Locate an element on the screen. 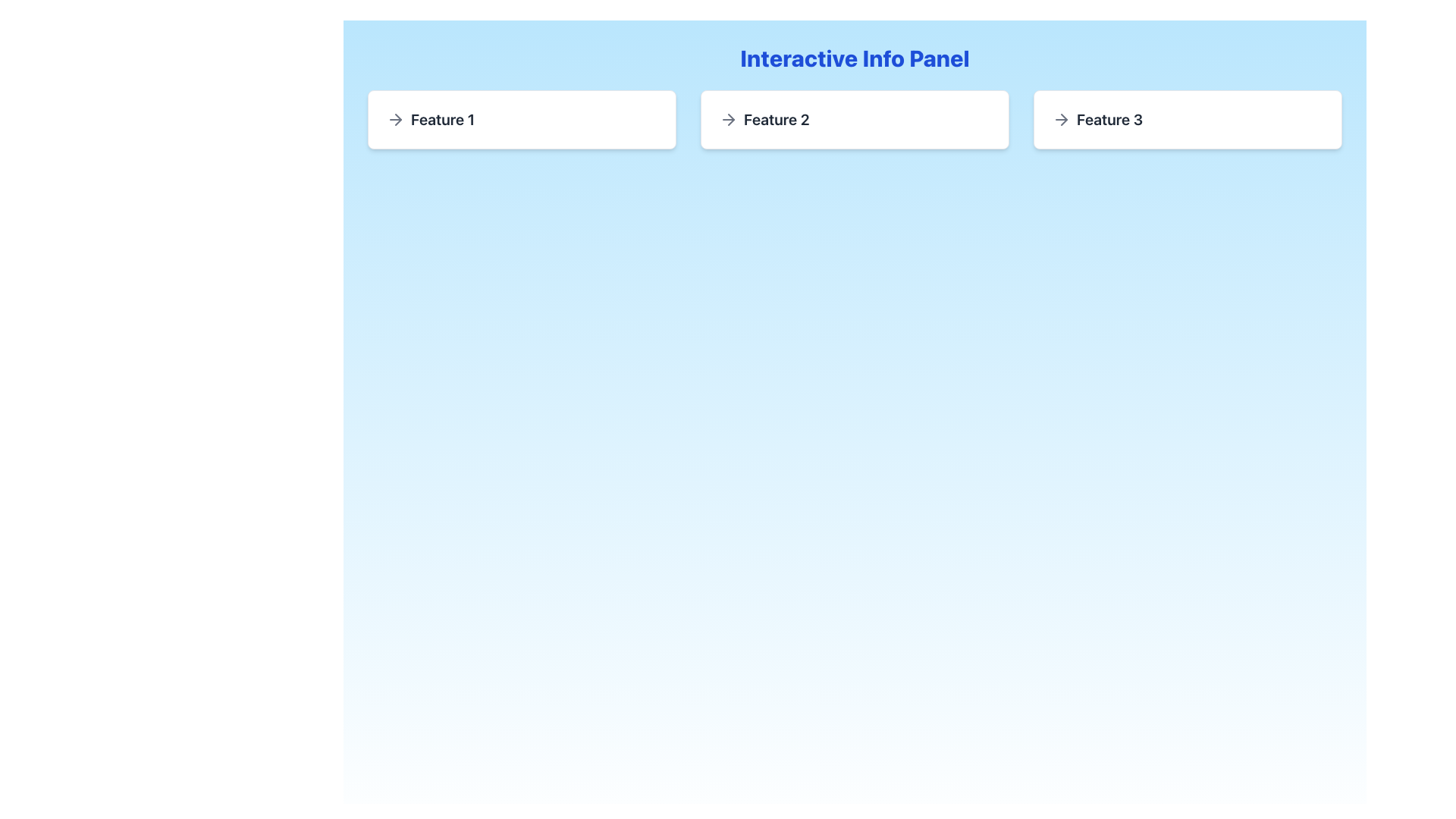  the Text Label identifying 'Feature 3' located in the rightmost card among three horizontally aligned cards, adjacent to a right arrow icon is located at coordinates (1109, 119).